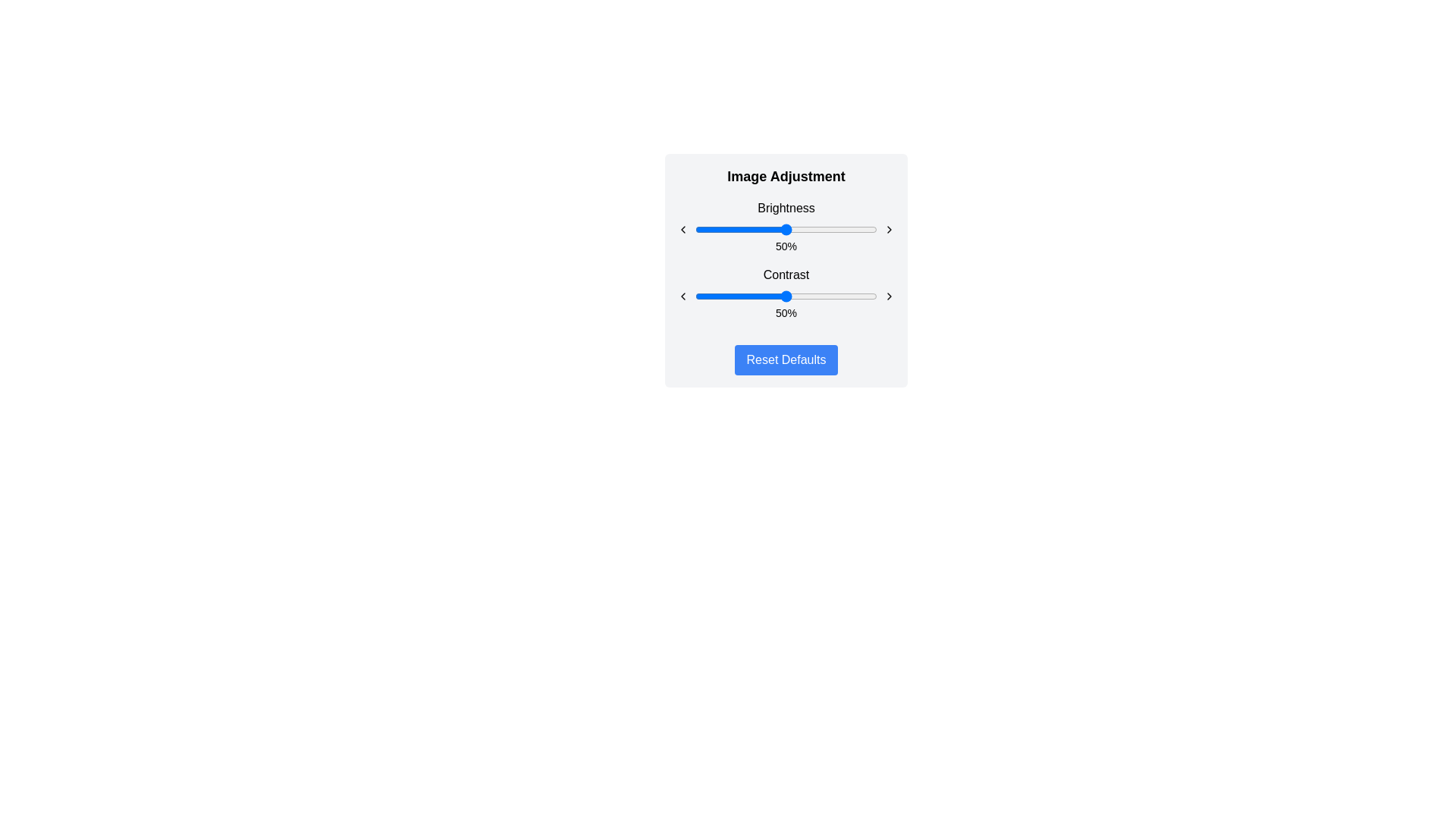  What do you see at coordinates (786, 359) in the screenshot?
I see `the blue 'Reset Defaults' button with white text, located at the bottom of the 'Image Adjustment' section, to reset settings` at bounding box center [786, 359].